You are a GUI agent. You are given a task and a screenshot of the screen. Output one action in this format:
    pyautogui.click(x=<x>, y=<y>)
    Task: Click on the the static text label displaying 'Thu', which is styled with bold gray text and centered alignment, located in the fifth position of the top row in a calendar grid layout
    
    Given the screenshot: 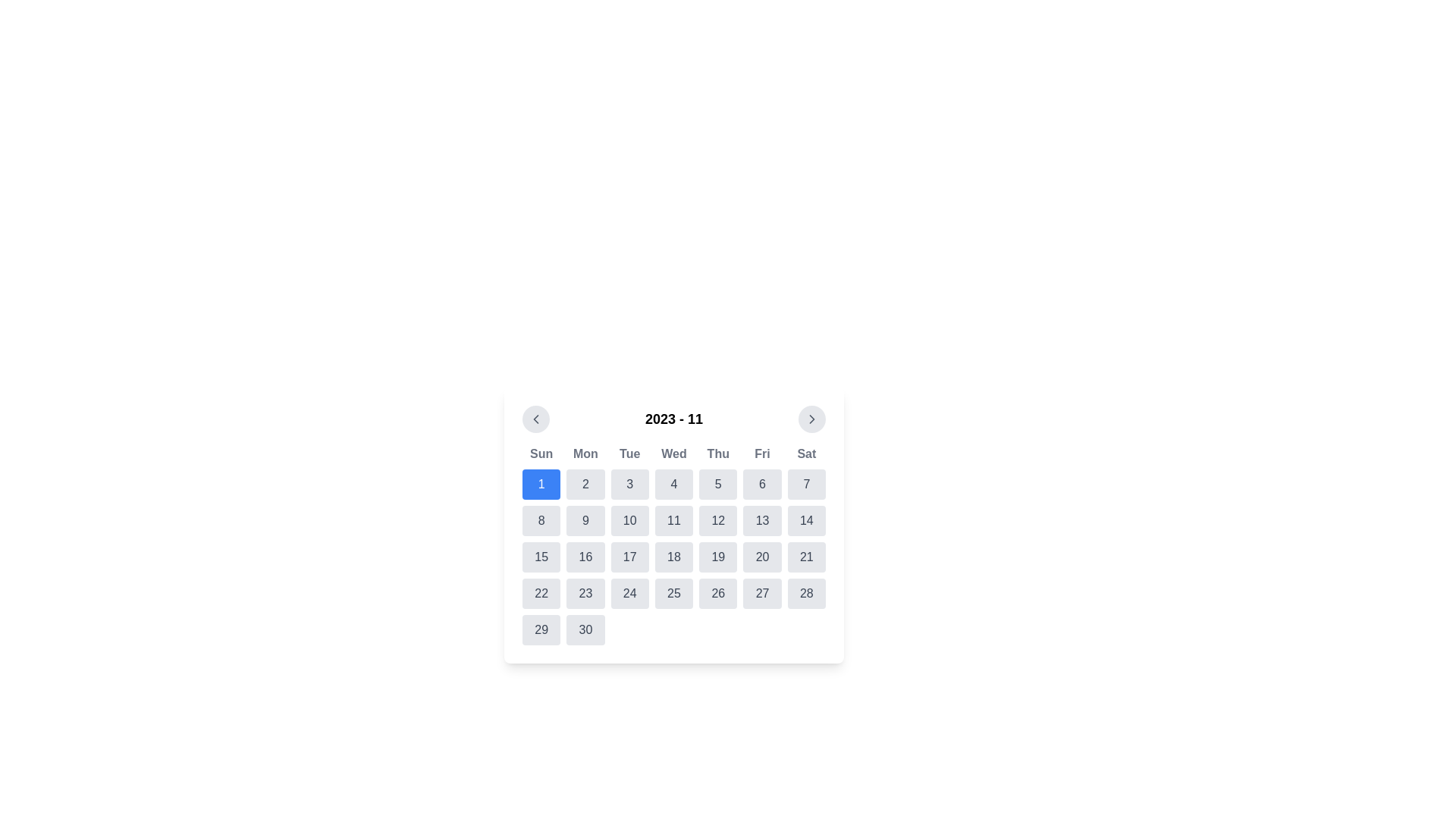 What is the action you would take?
    pyautogui.click(x=717, y=453)
    